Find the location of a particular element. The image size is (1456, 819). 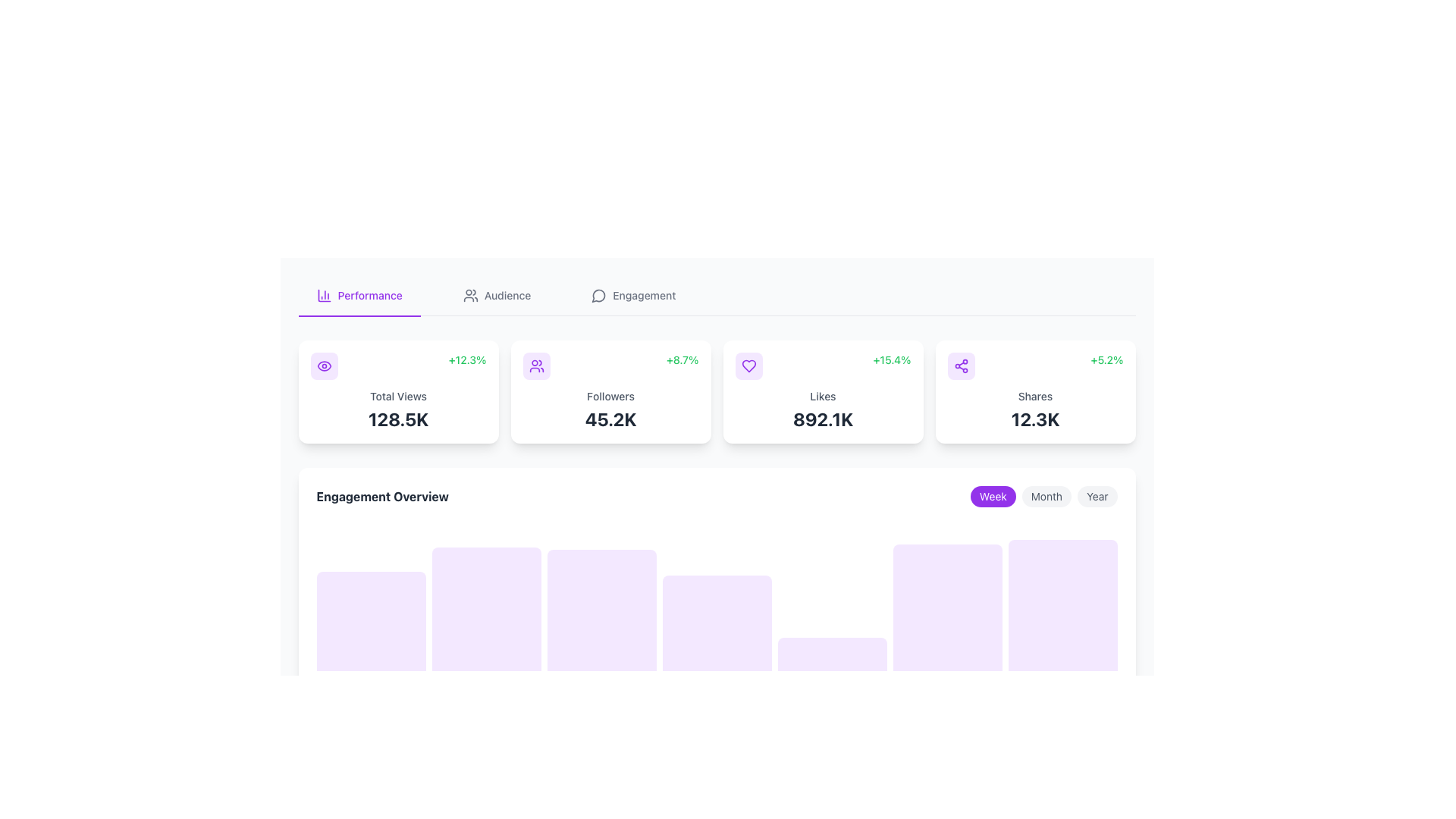

value displayed in the text label showing '892.1K', which is located at the lower part of a rectangular card in the dashboard statistics, below the 'Likes' text is located at coordinates (822, 419).